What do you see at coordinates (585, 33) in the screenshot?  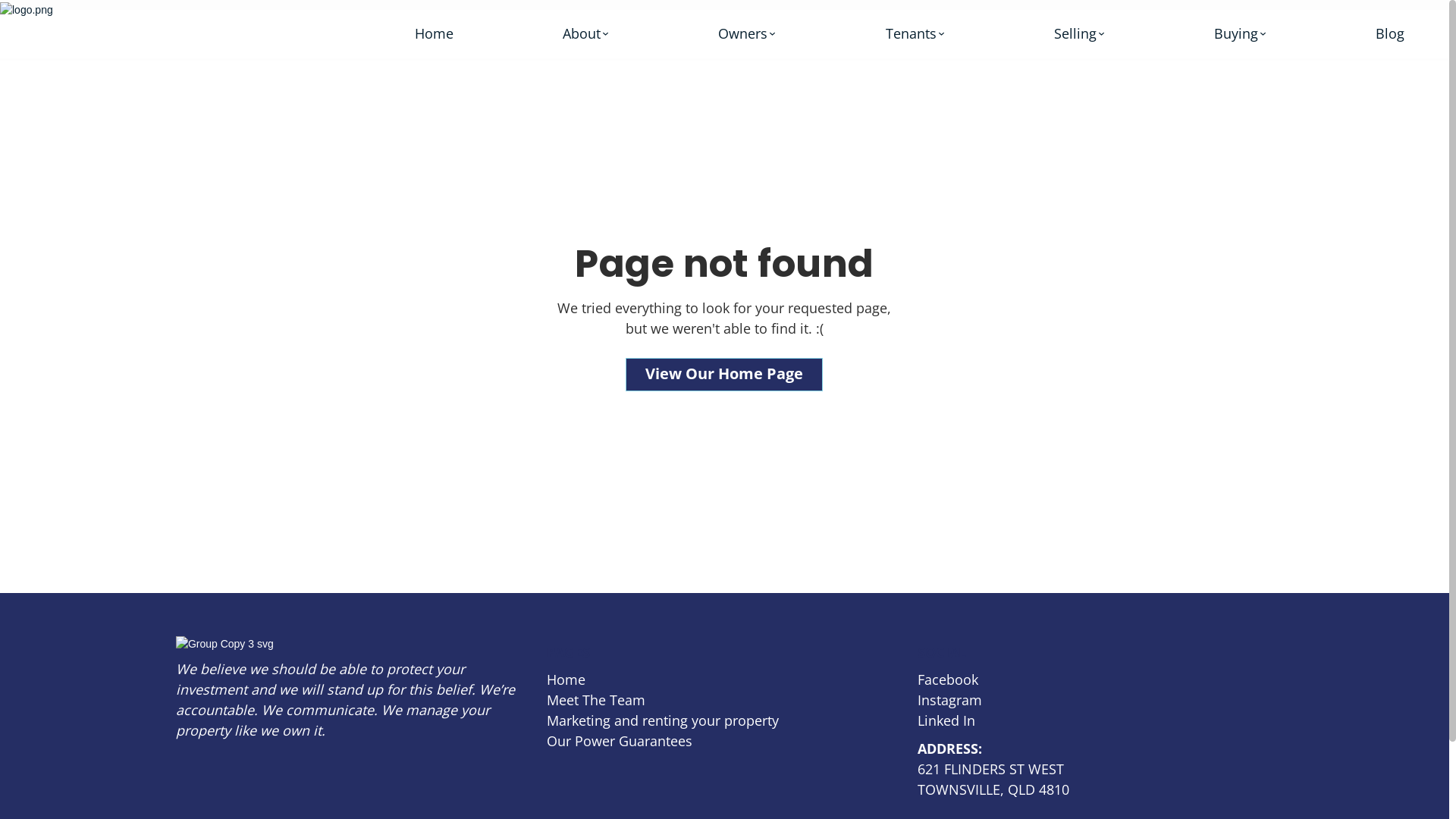 I see `'About'` at bounding box center [585, 33].